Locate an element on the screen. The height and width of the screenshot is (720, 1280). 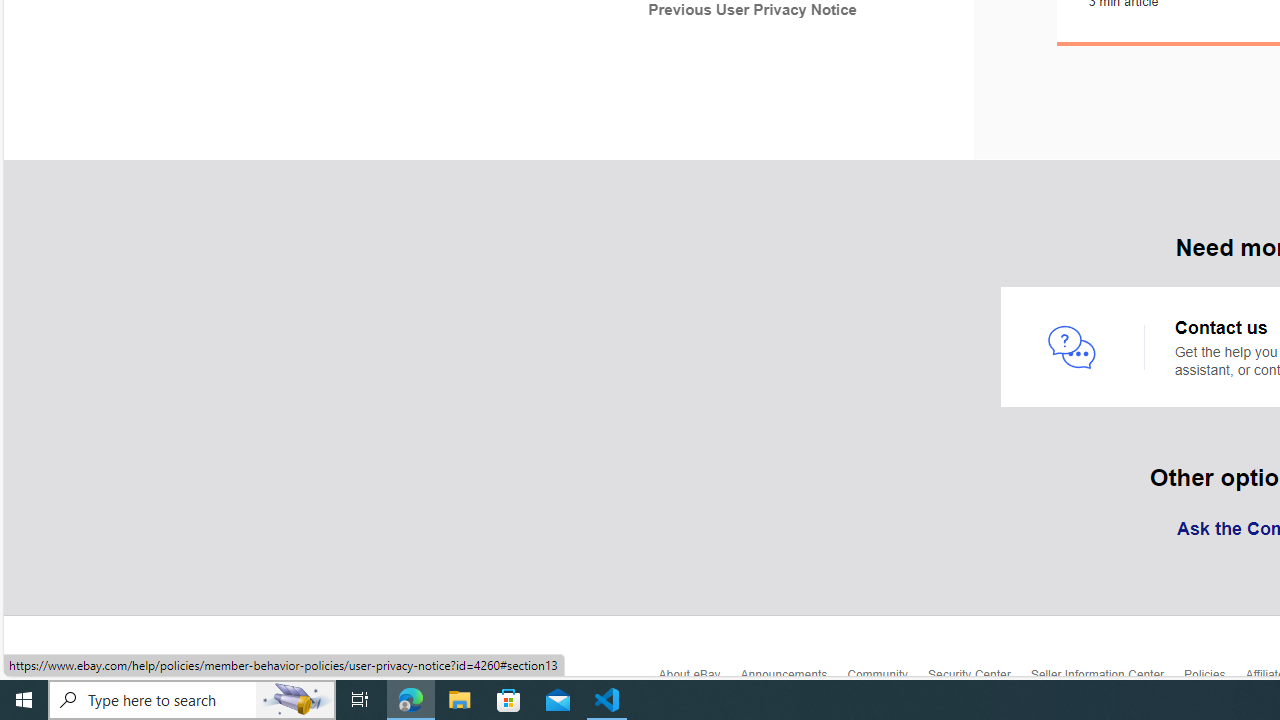
'Security Center' is located at coordinates (978, 678).